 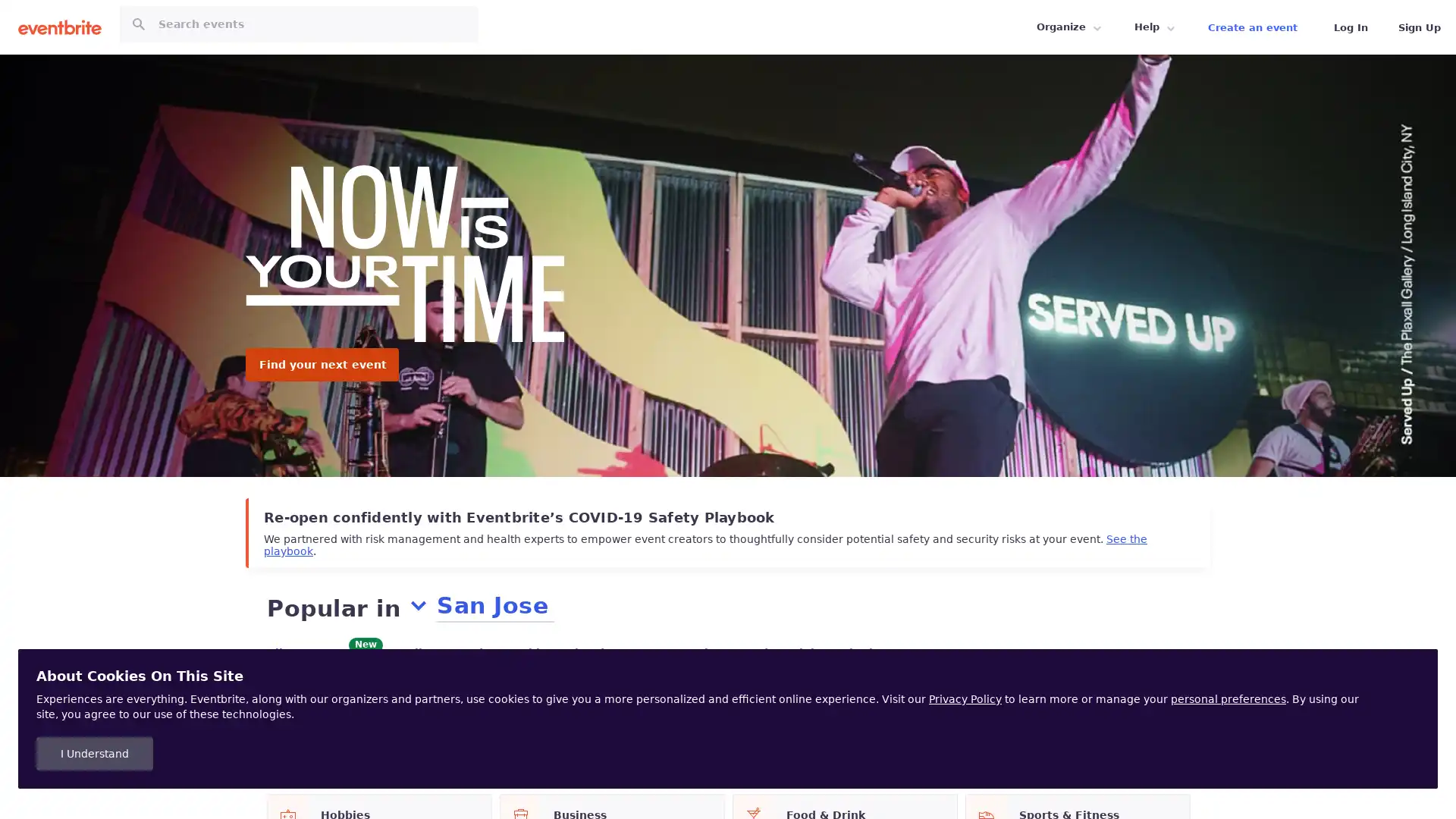 What do you see at coordinates (562, 651) in the screenshot?
I see `This weekend` at bounding box center [562, 651].